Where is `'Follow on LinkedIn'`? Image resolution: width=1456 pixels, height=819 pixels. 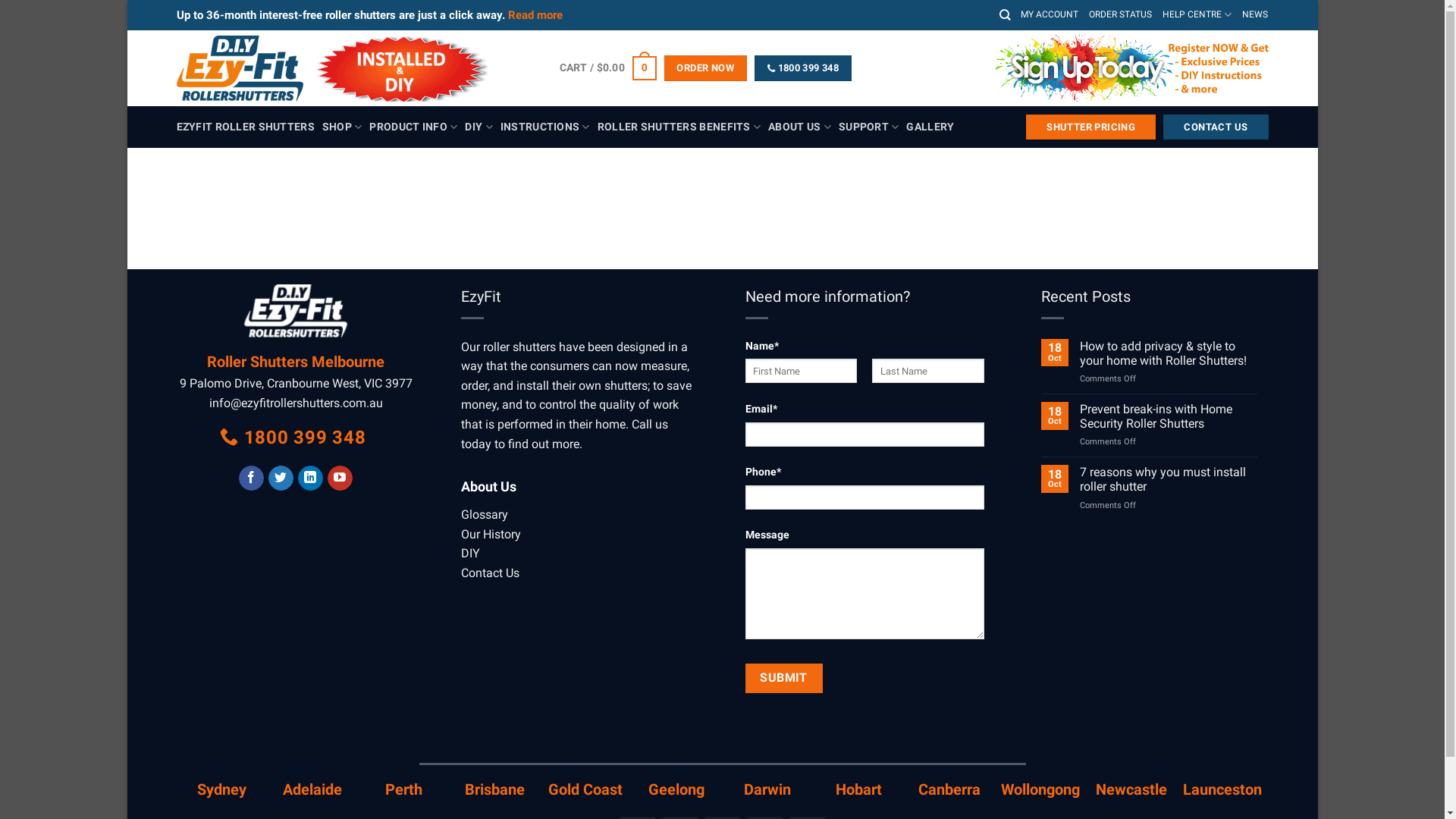
'Follow on LinkedIn' is located at coordinates (309, 479).